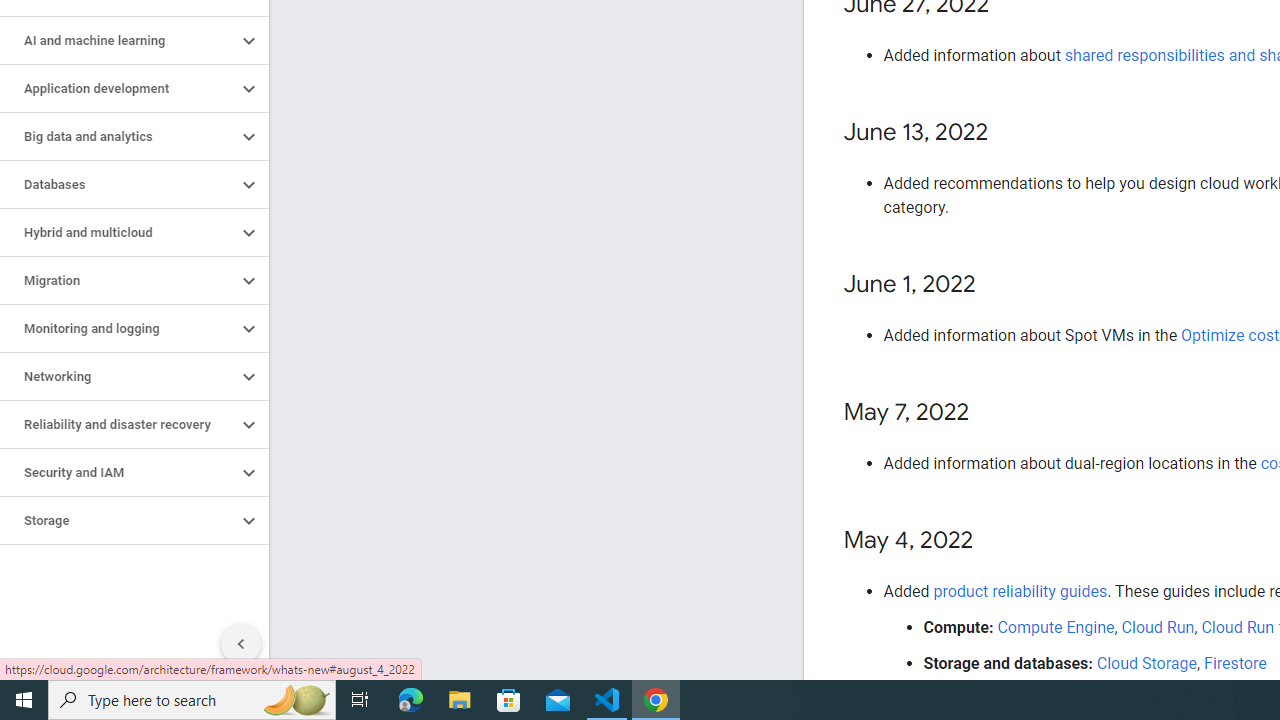 The image size is (1280, 720). I want to click on 'product reliability guides', so click(1020, 590).